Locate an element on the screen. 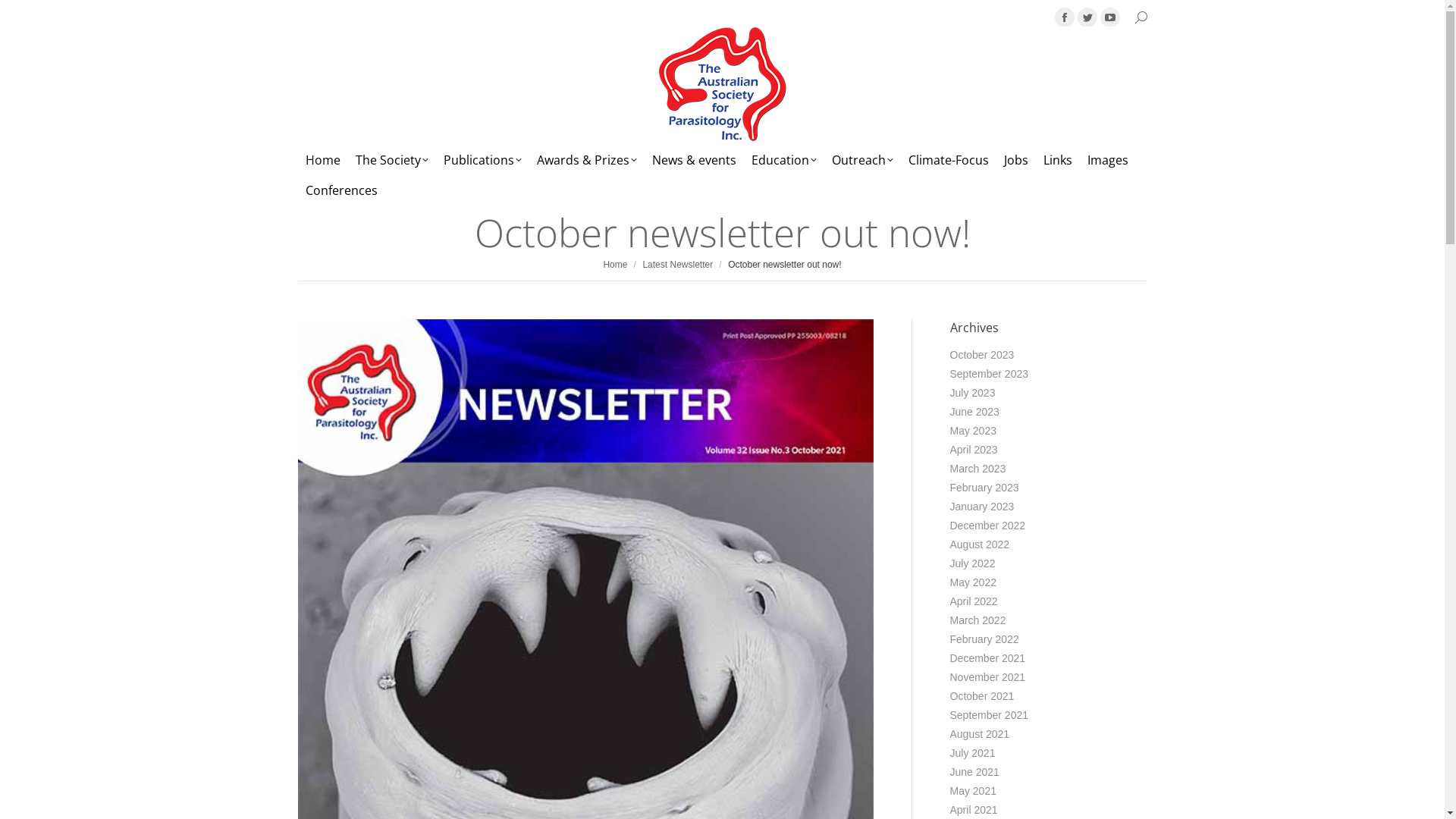 Image resolution: width=1456 pixels, height=819 pixels. 'Twitter page opens in new window' is located at coordinates (1086, 17).